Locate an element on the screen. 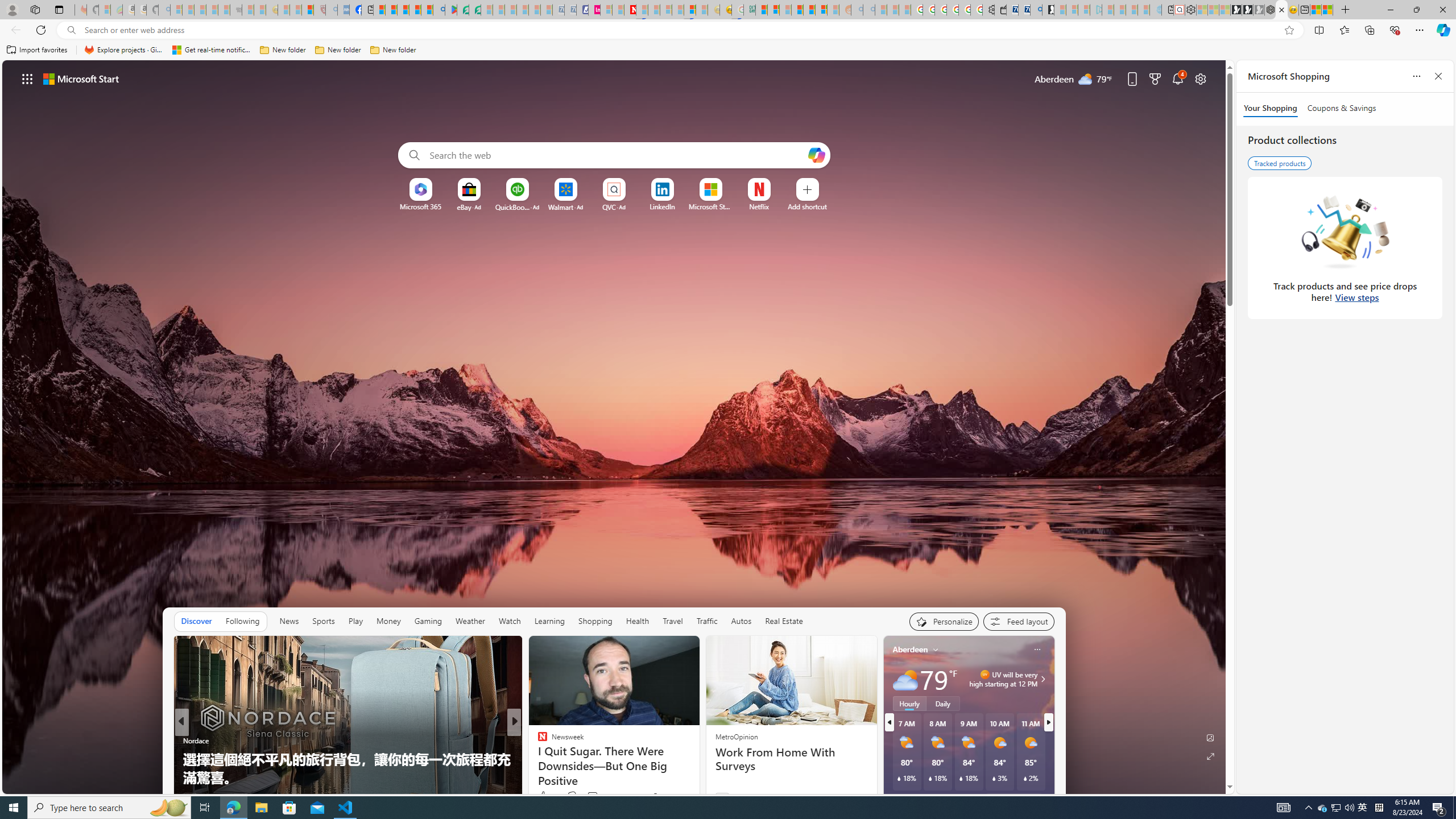 The height and width of the screenshot is (819, 1456). 'Pets - MSN' is located at coordinates (415, 9).